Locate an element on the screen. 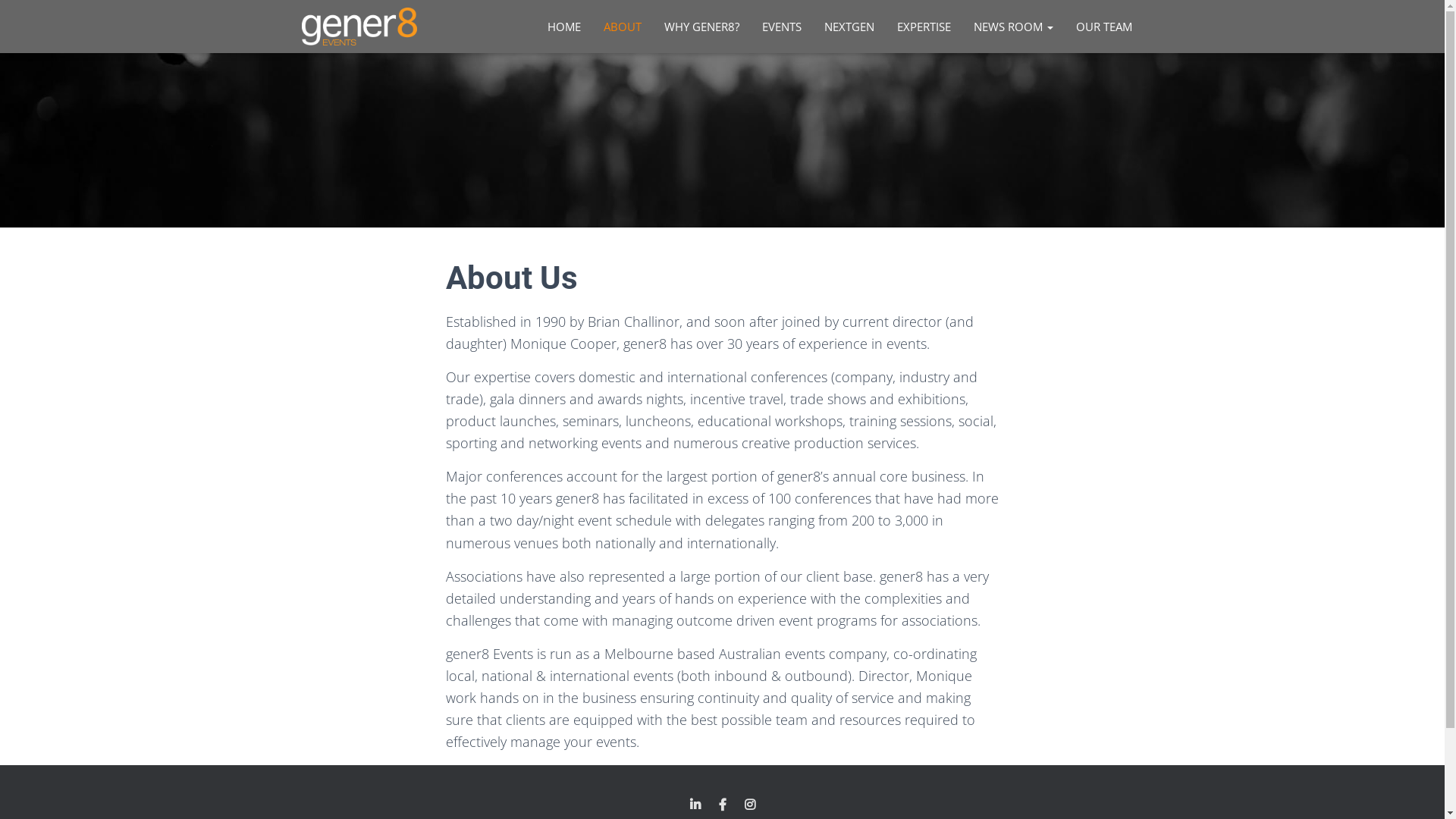 Image resolution: width=1456 pixels, height=819 pixels. 'gener8 events' is located at coordinates (290, 26).